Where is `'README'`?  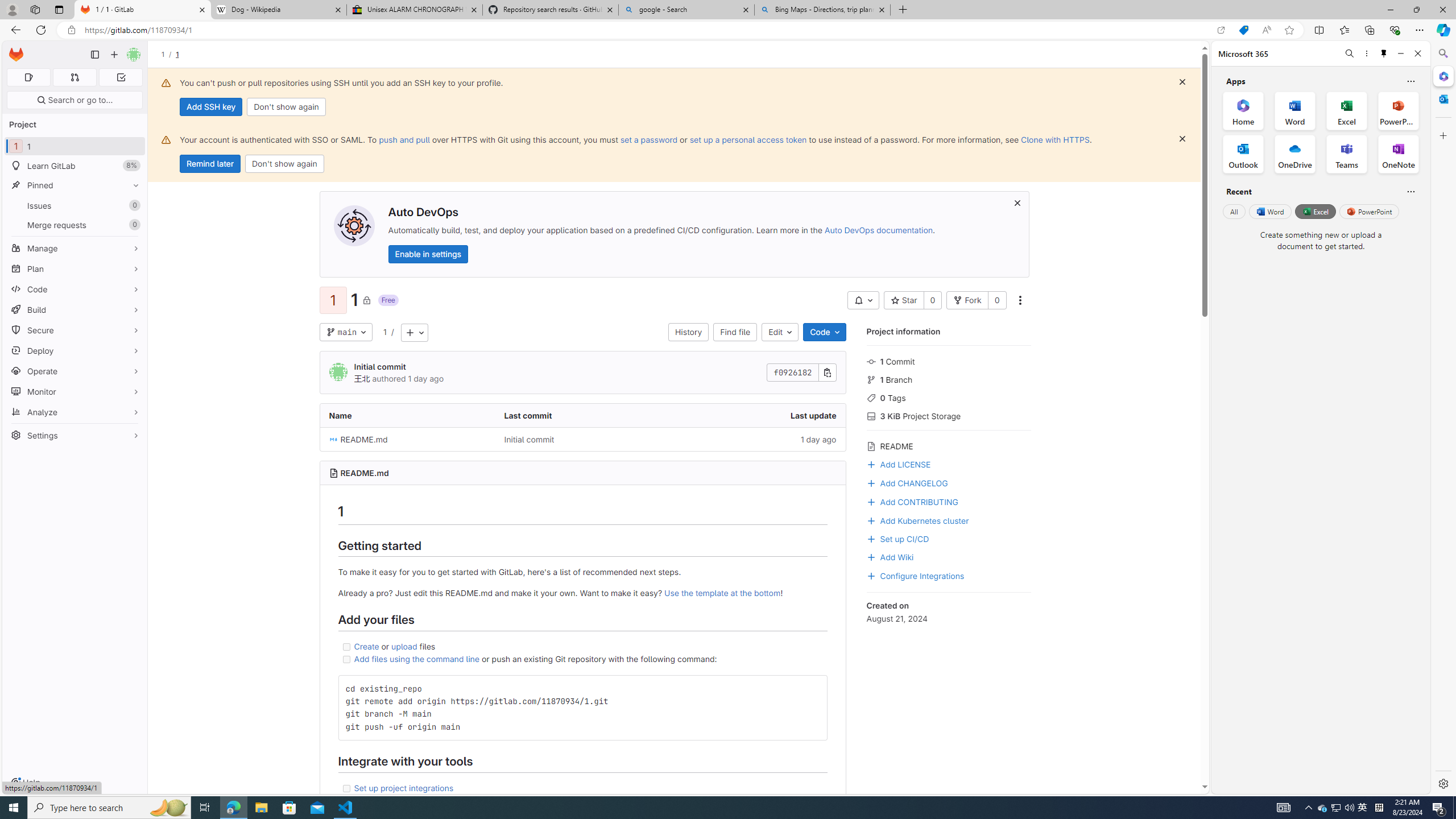
'README' is located at coordinates (948, 444).